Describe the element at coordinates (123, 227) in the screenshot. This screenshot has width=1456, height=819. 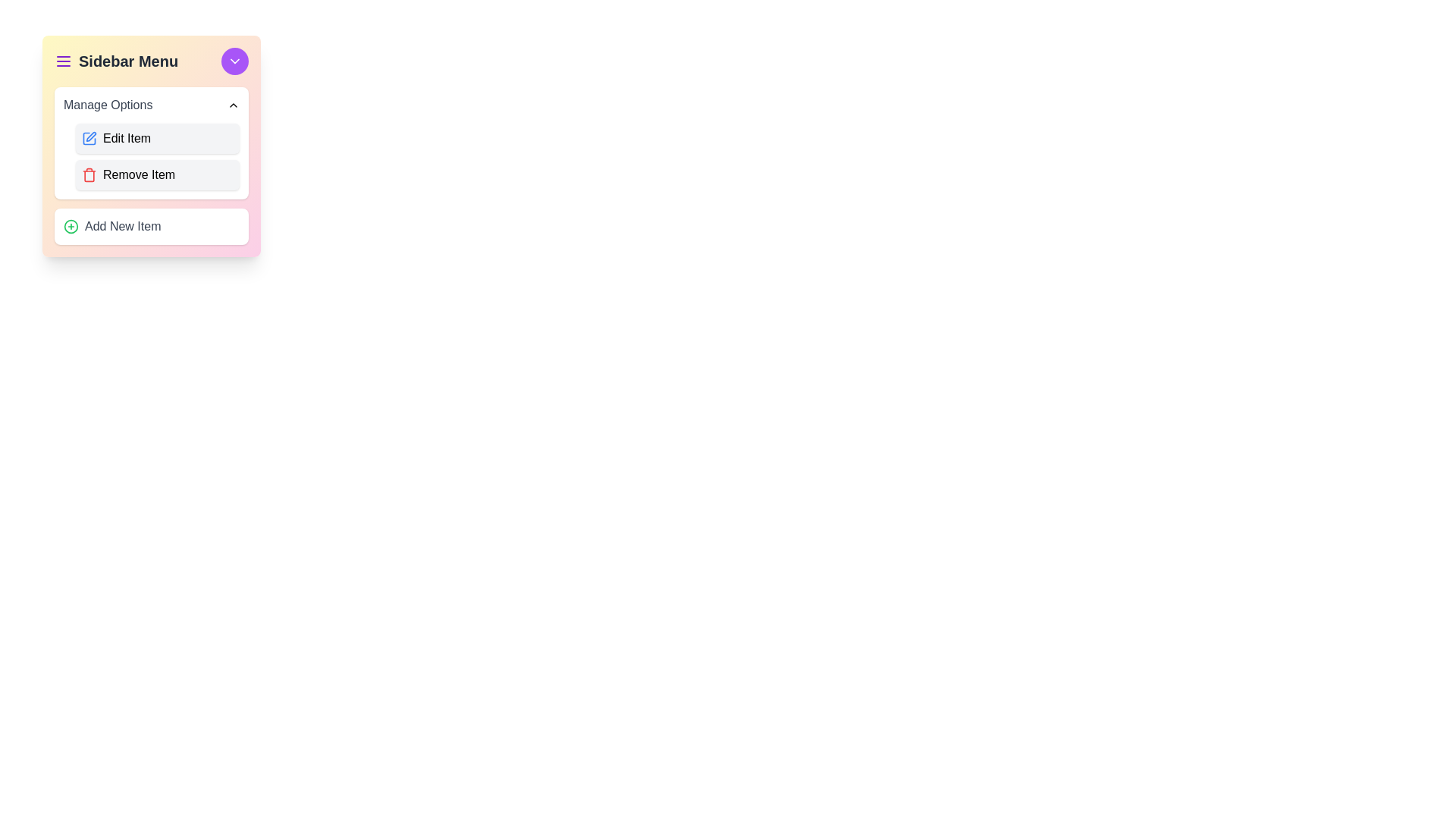
I see `contents of the text label that displays 'Add New Item', which is styled in a medium-weight font and gray color, located next to a green plus-circle icon in the sidebar menu` at that location.